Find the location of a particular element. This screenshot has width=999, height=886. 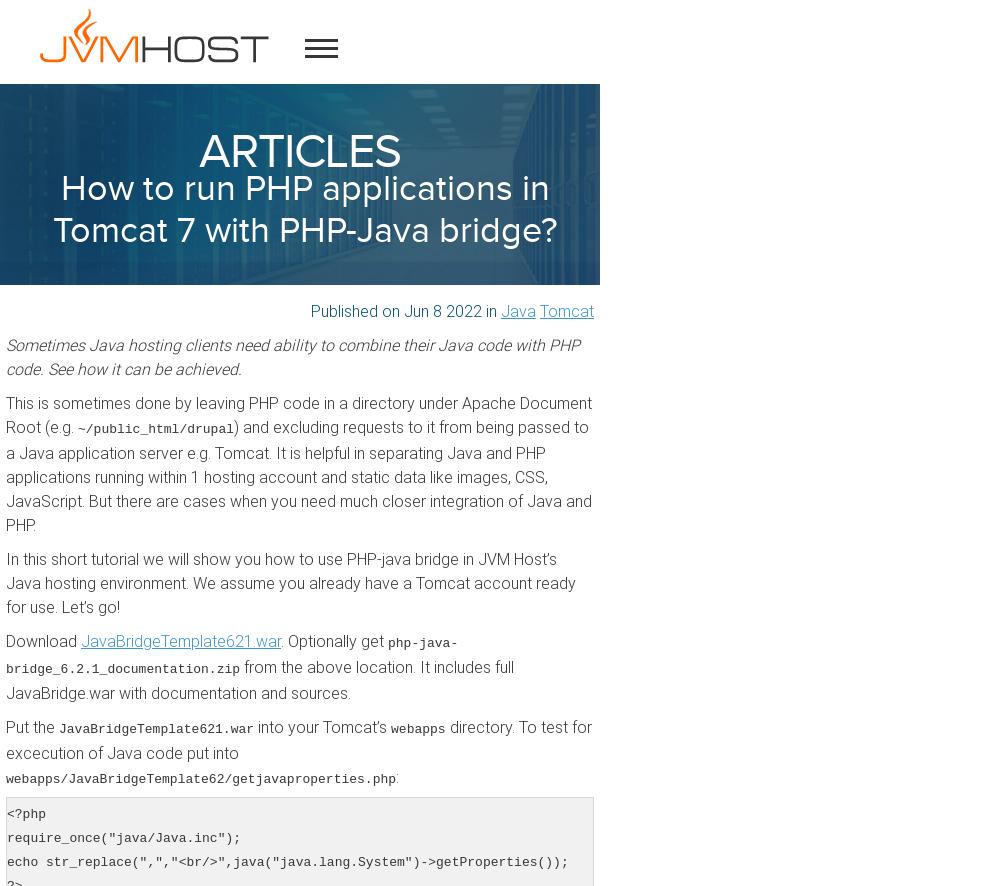

'In this short tutorial we will show you how to use PHP-java bridge in JVM Host’s Java hosting environment. We assume you already have a Tomcat account ready for use. Let’s go!' is located at coordinates (290, 582).